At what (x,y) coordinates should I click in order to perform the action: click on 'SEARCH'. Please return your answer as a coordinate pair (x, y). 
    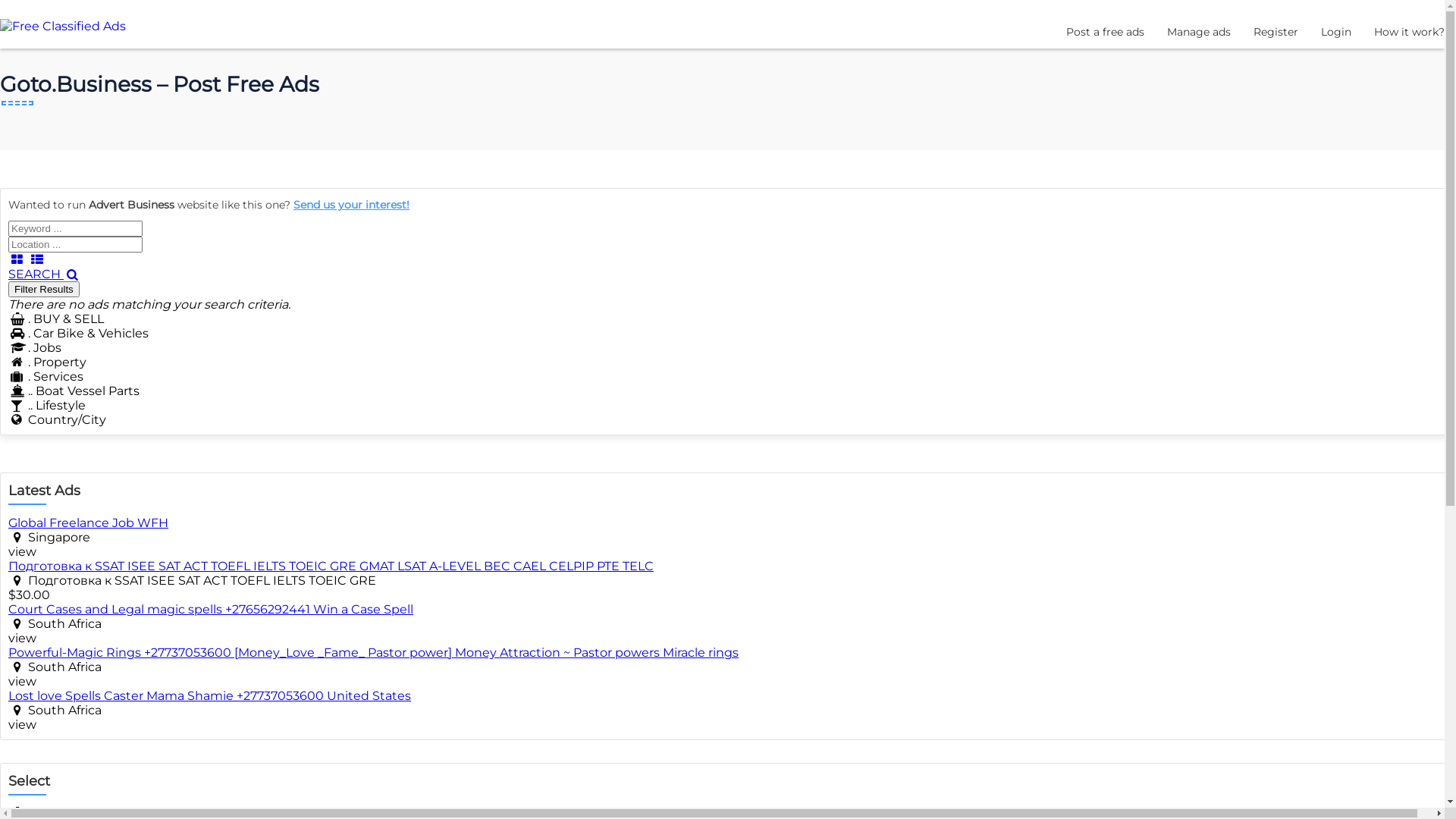
    Looking at the image, I should click on (44, 274).